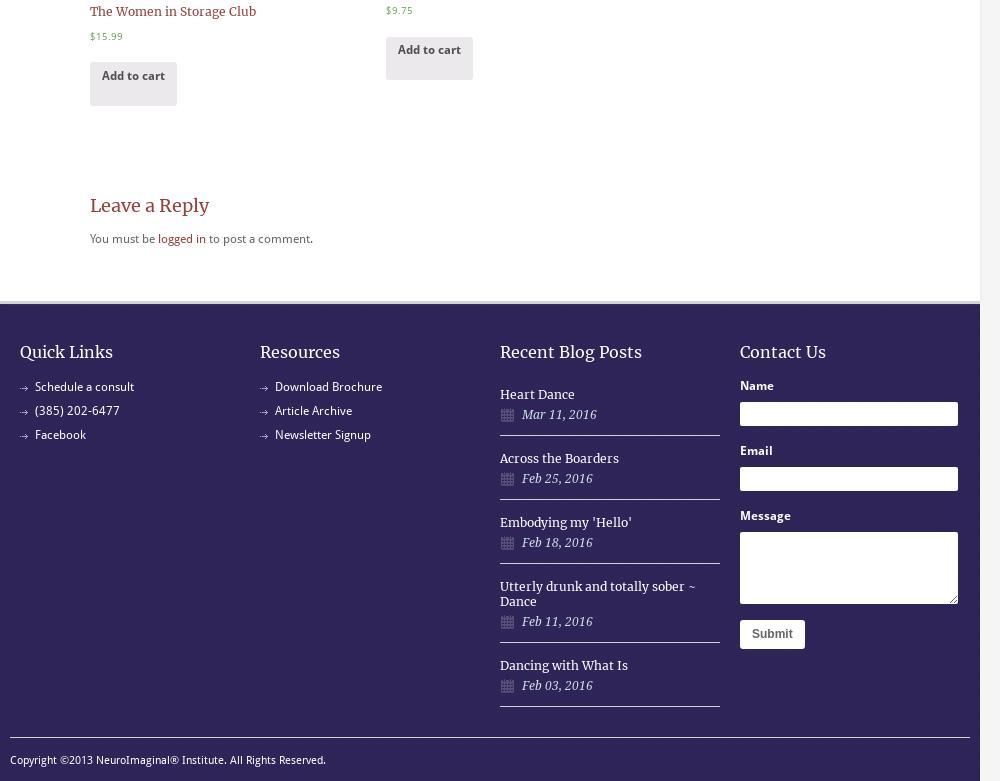 The width and height of the screenshot is (1000, 781). I want to click on 'Feb 25, 2016', so click(557, 476).